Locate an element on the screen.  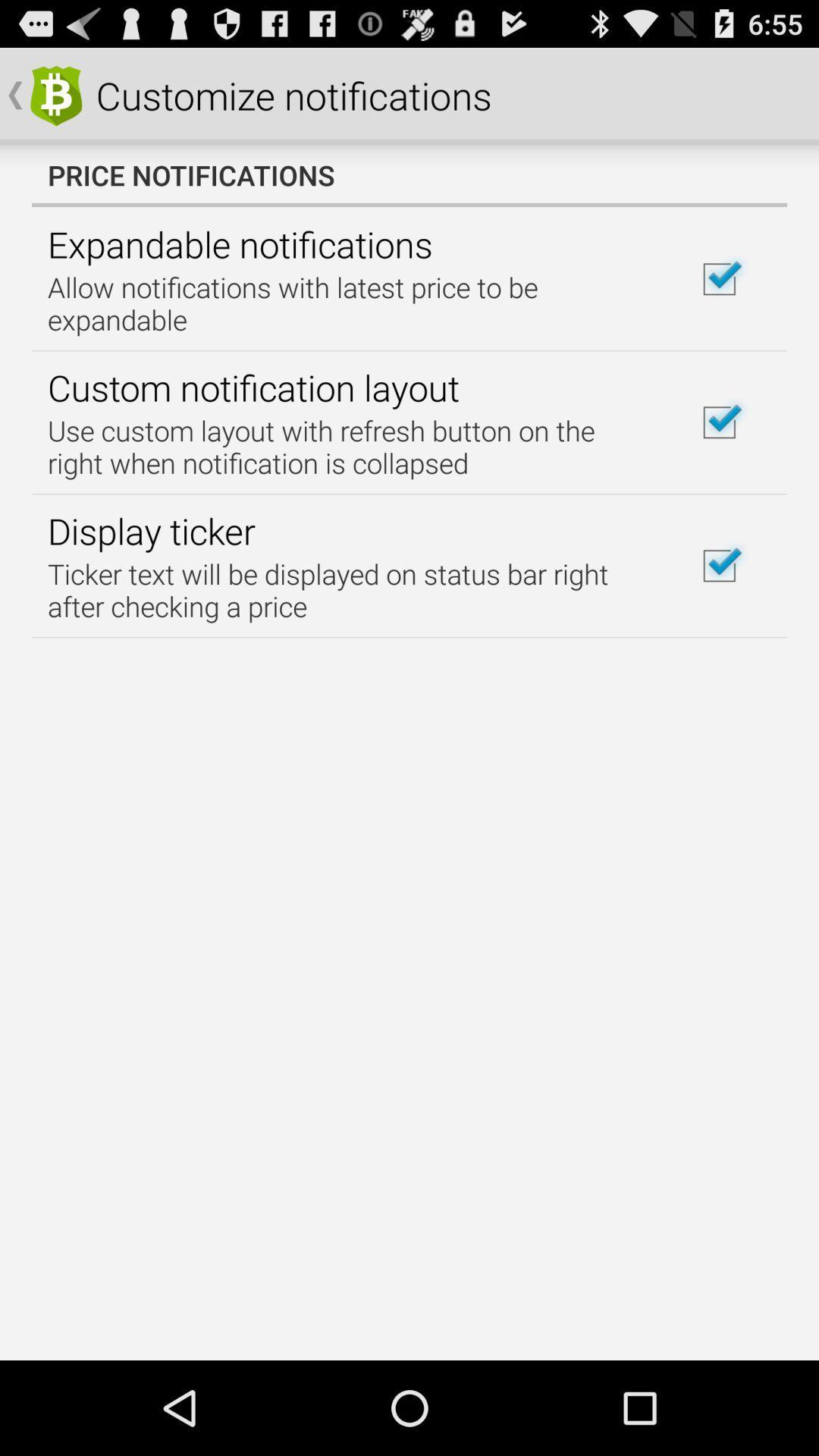
the app below expandable notifications icon is located at coordinates (351, 303).